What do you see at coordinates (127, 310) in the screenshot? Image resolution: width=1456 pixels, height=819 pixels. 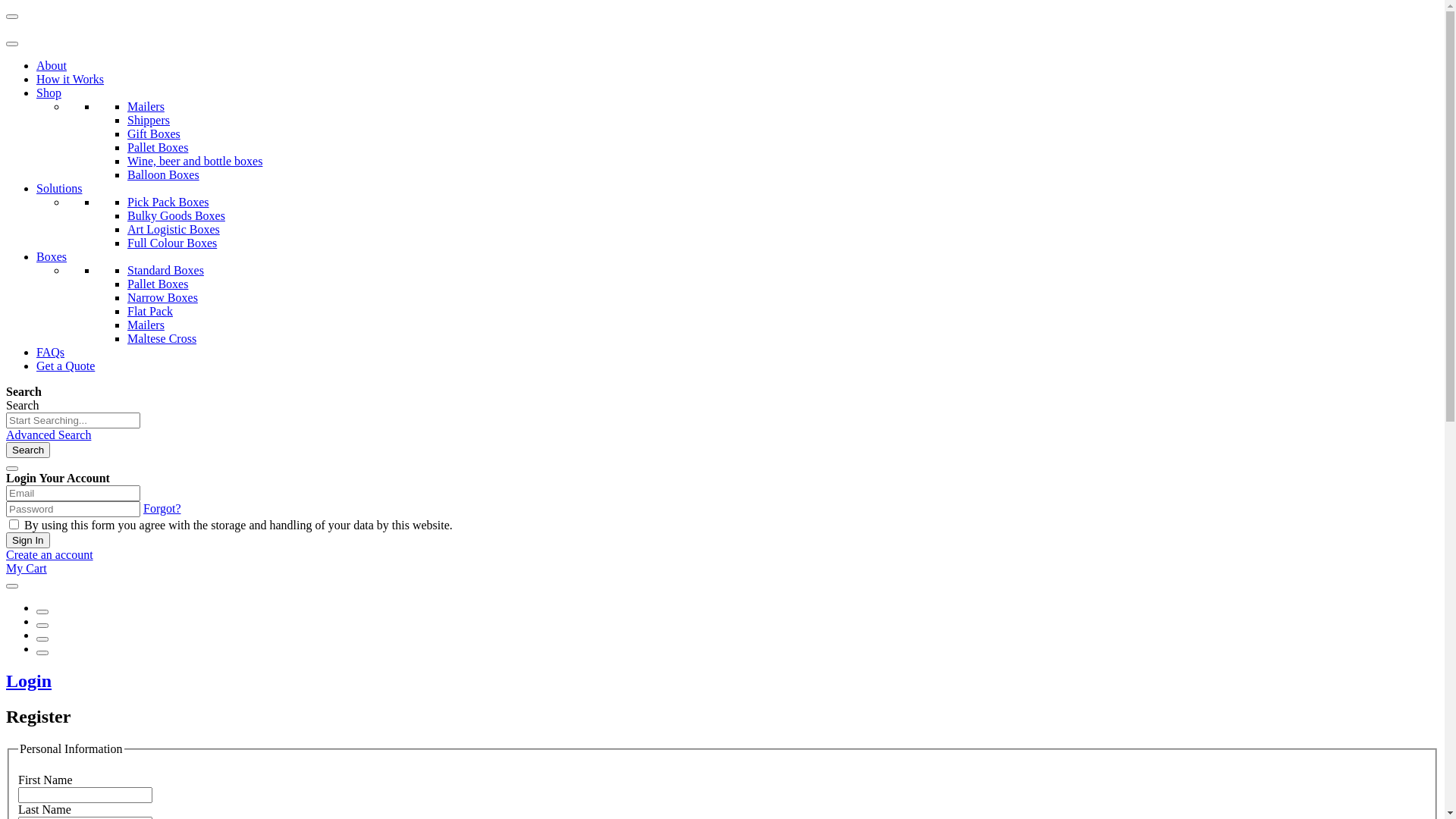 I see `'Flat Pack'` at bounding box center [127, 310].